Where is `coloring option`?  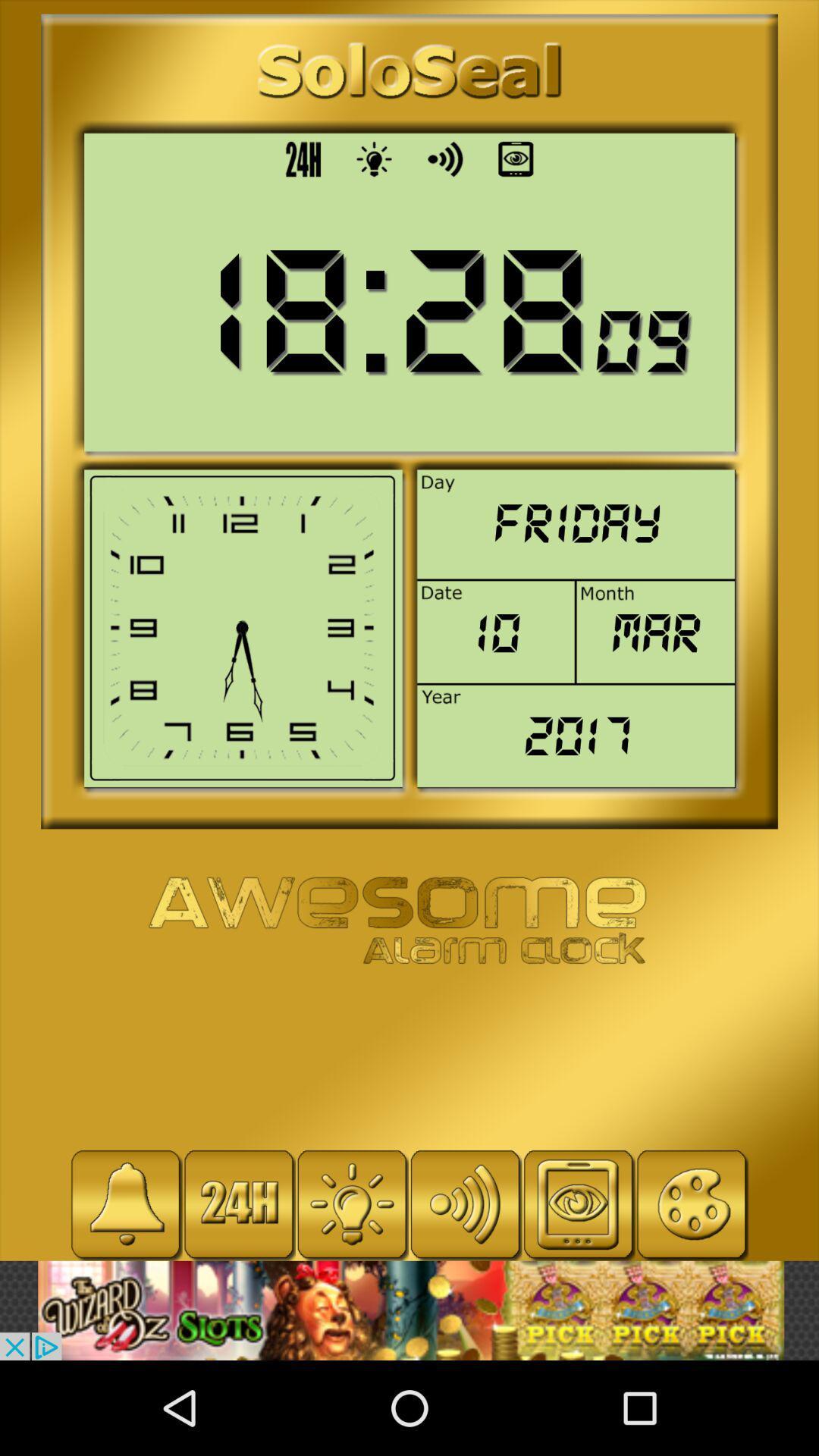
coloring option is located at coordinates (692, 1203).